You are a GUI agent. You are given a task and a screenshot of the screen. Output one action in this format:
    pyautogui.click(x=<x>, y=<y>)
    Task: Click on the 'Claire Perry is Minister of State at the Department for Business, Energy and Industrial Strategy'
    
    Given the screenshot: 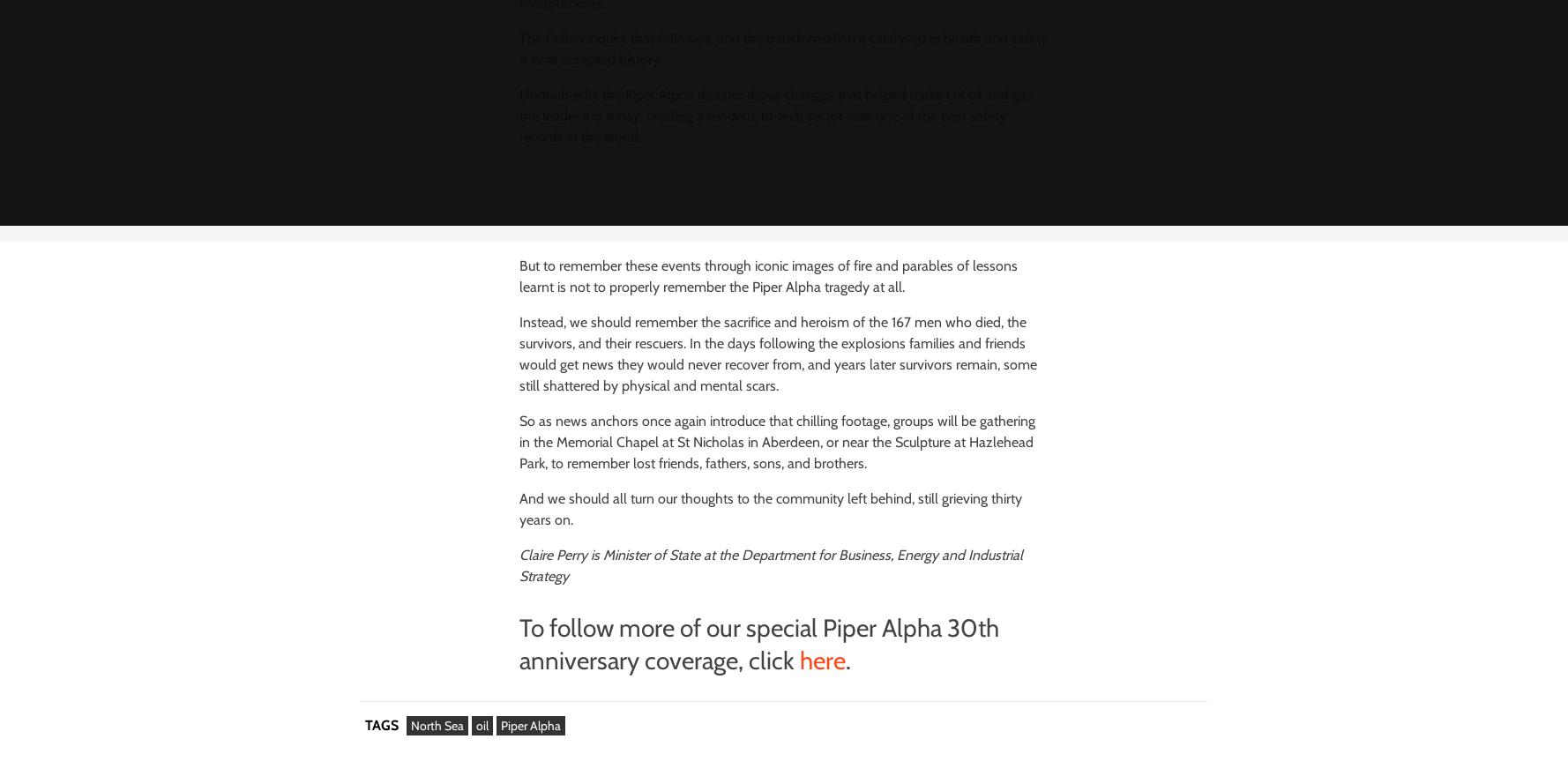 What is the action you would take?
    pyautogui.click(x=770, y=565)
    